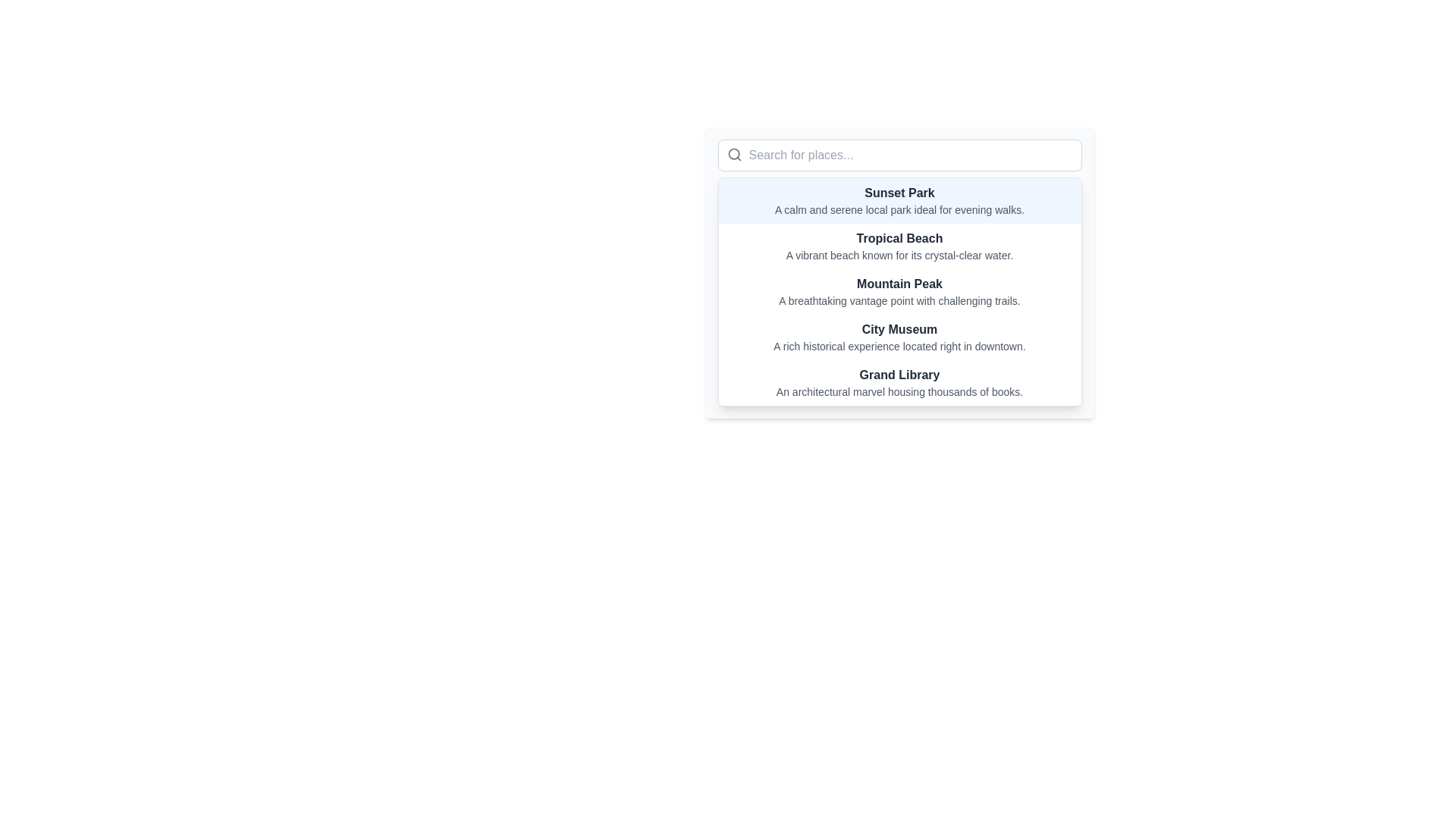 Image resolution: width=1456 pixels, height=819 pixels. Describe the element at coordinates (899, 200) in the screenshot. I see `the static informational display titled 'Sunset Park', which features a bold dark gray title and a lighter gray subtitle, surrounded by a light blue background` at that location.